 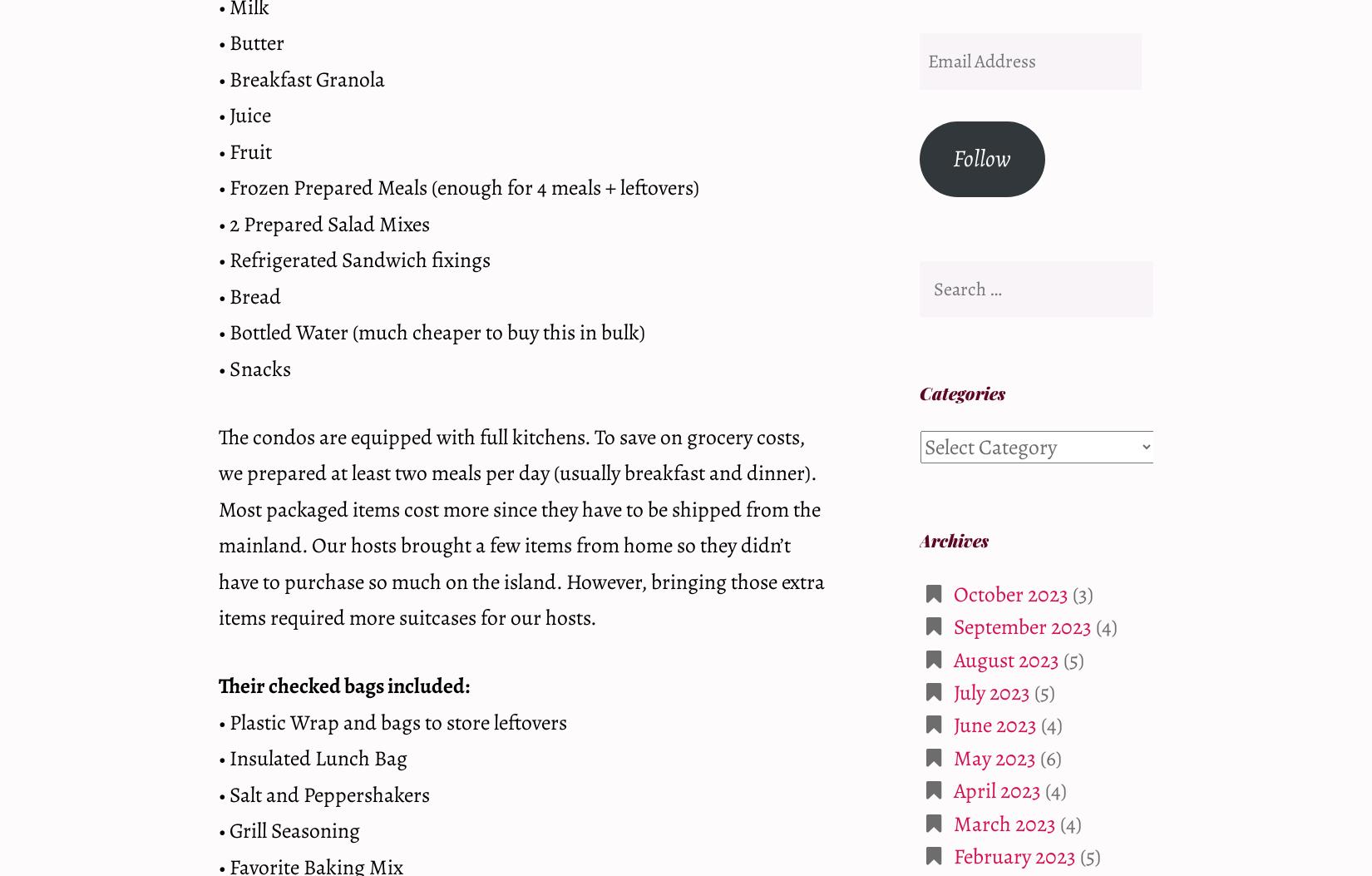 What do you see at coordinates (919, 391) in the screenshot?
I see `'Categories'` at bounding box center [919, 391].